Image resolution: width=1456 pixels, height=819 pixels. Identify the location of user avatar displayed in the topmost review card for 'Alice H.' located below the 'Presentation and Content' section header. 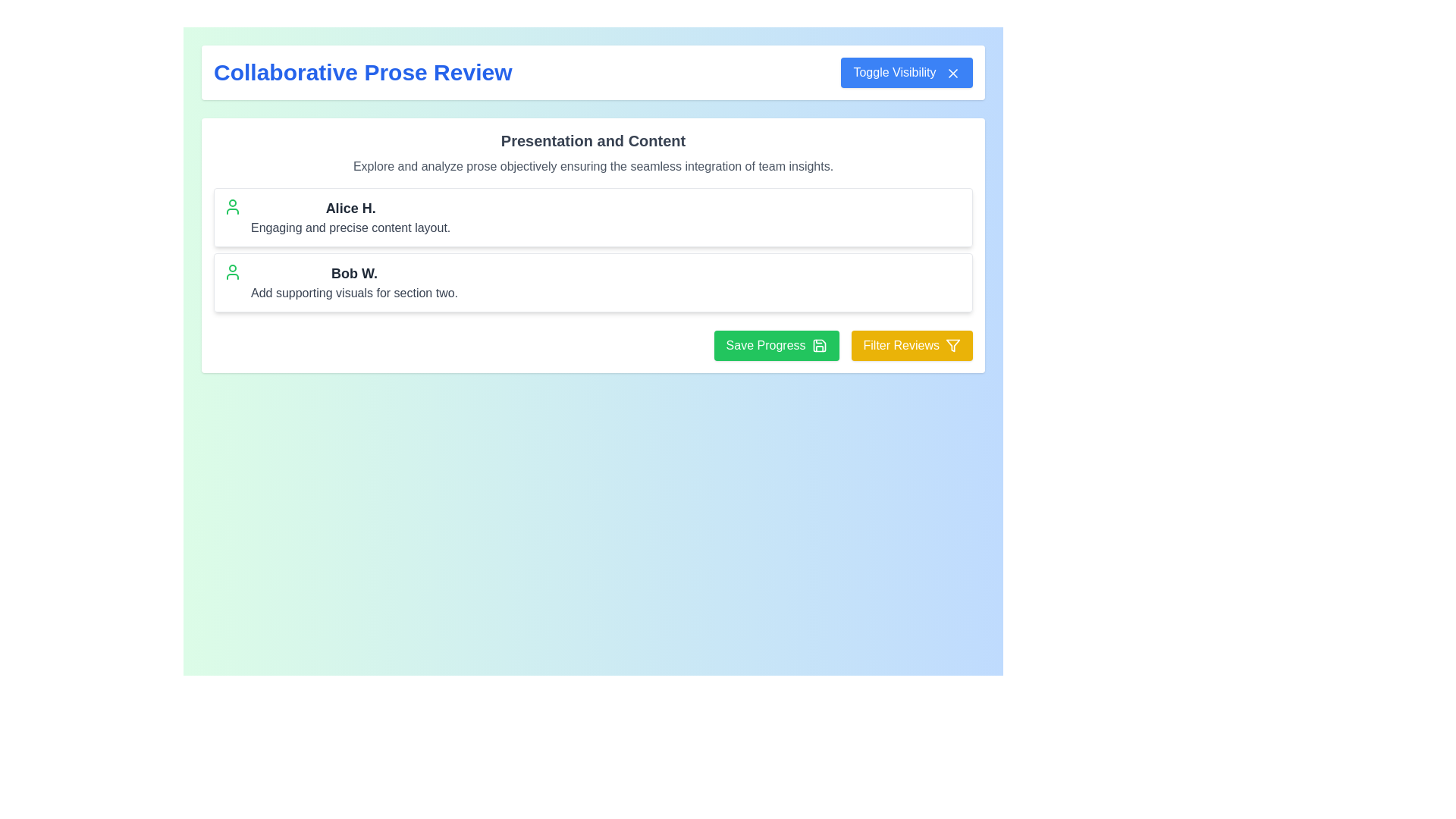
(592, 217).